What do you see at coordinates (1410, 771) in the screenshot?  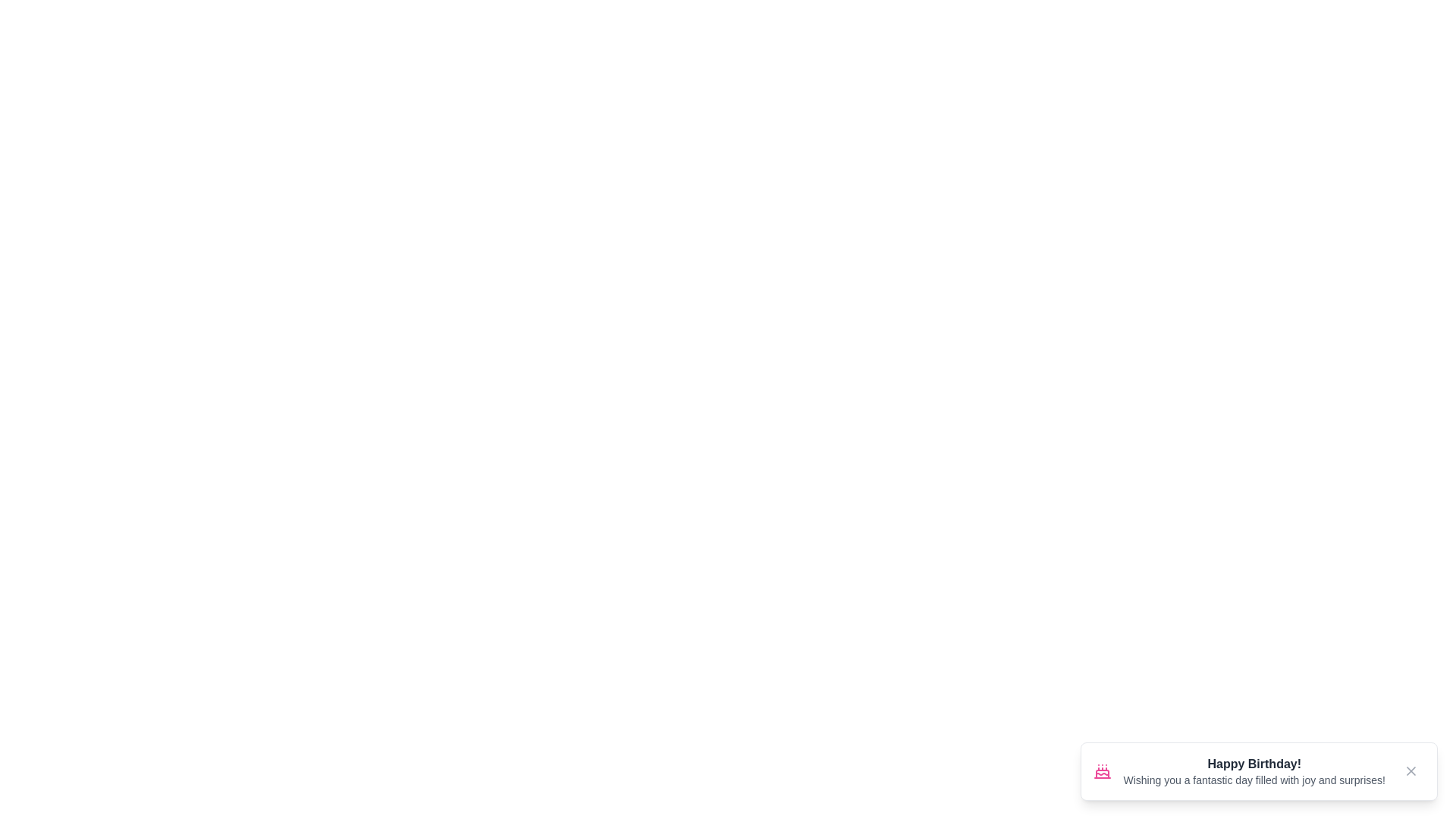 I see `the close button to dismiss the notification` at bounding box center [1410, 771].